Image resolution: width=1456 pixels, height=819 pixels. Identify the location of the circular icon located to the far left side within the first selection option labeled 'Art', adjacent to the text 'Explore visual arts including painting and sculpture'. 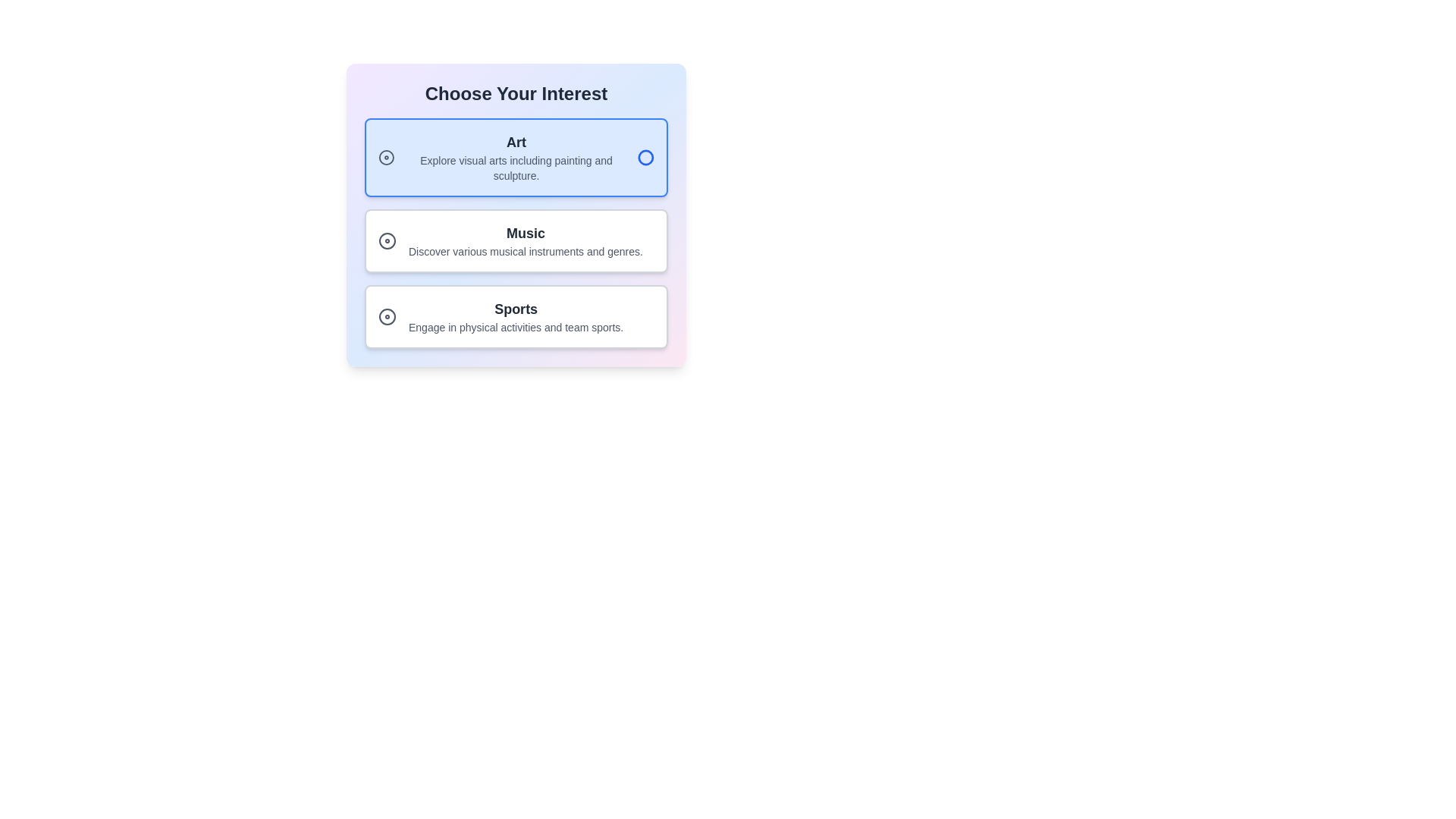
(386, 158).